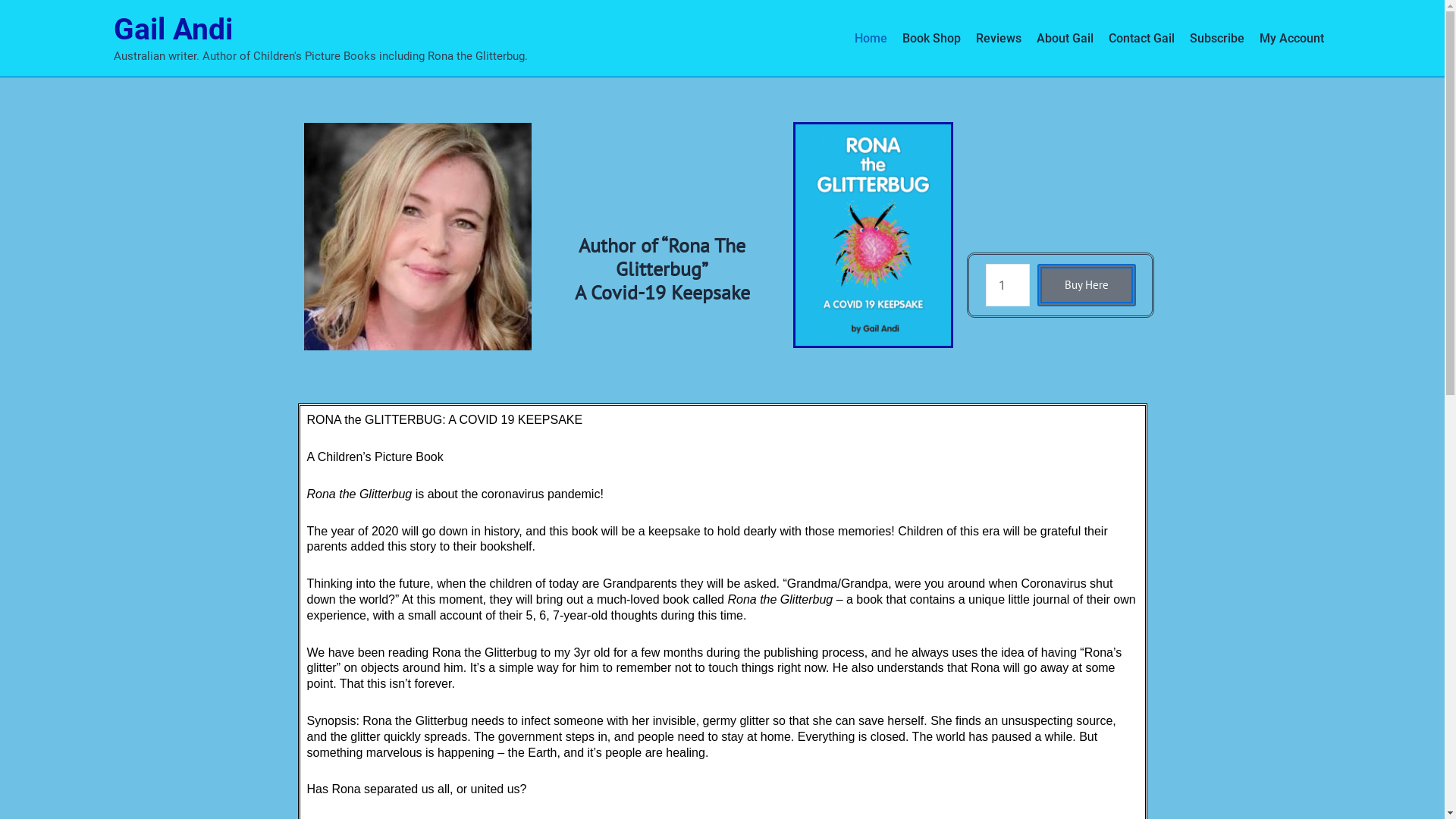  Describe the element at coordinates (1251, 37) in the screenshot. I see `'My Account'` at that location.